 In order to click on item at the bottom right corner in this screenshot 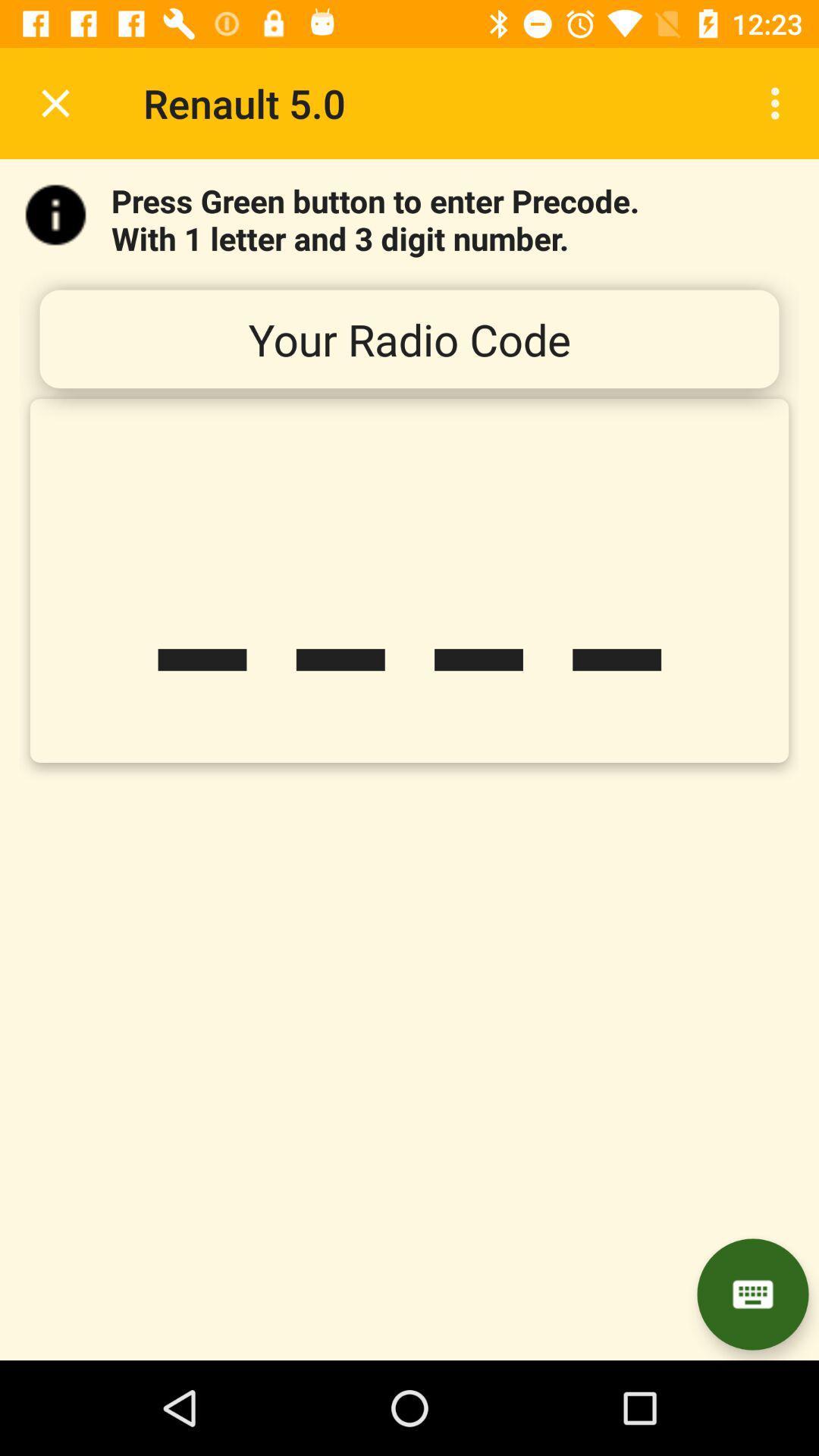, I will do `click(752, 1294)`.